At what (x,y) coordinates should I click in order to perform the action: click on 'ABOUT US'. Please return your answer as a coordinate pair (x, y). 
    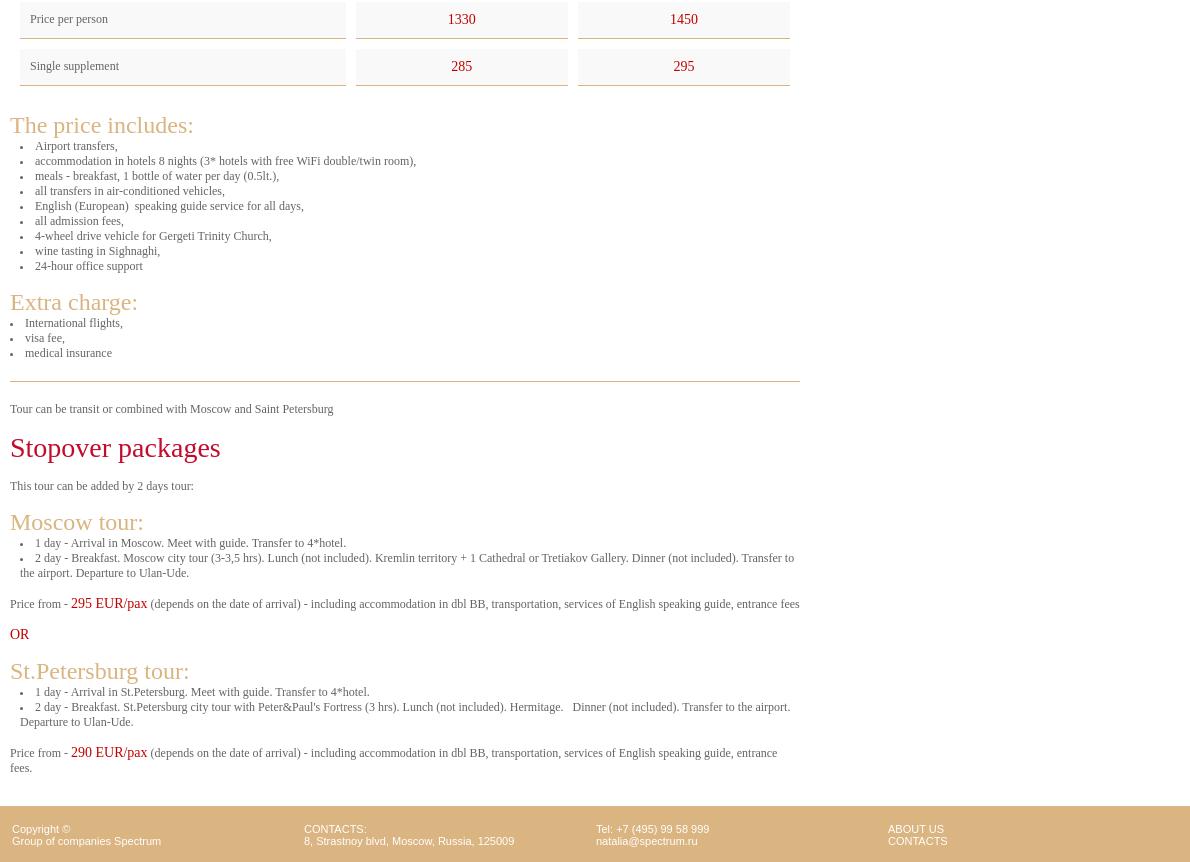
    Looking at the image, I should click on (915, 827).